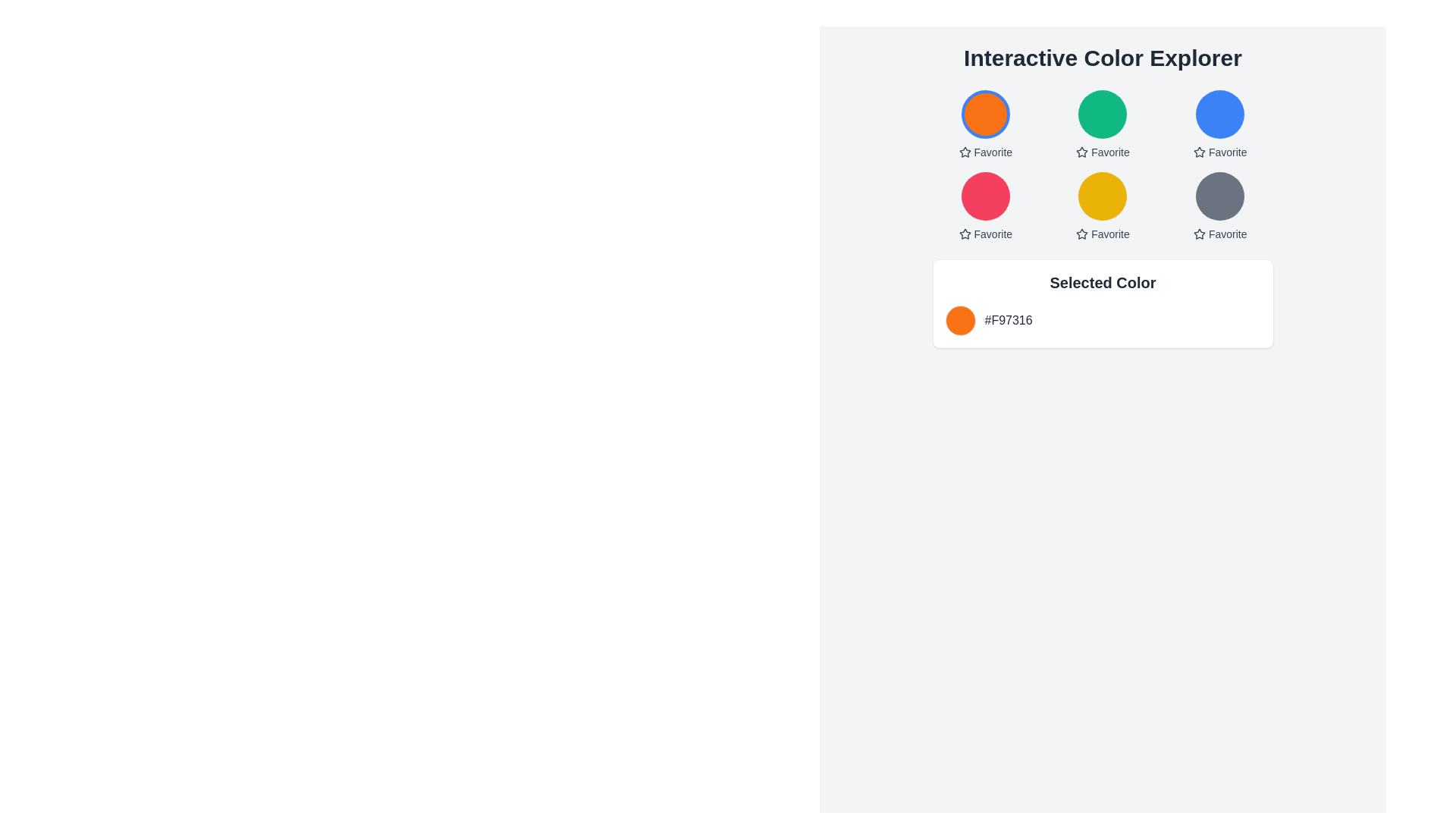 This screenshot has height=819, width=1456. I want to click on the 'Favorite' text or star icon in the Interactive Color Explorer interface to mark it as favorite, so click(1103, 234).